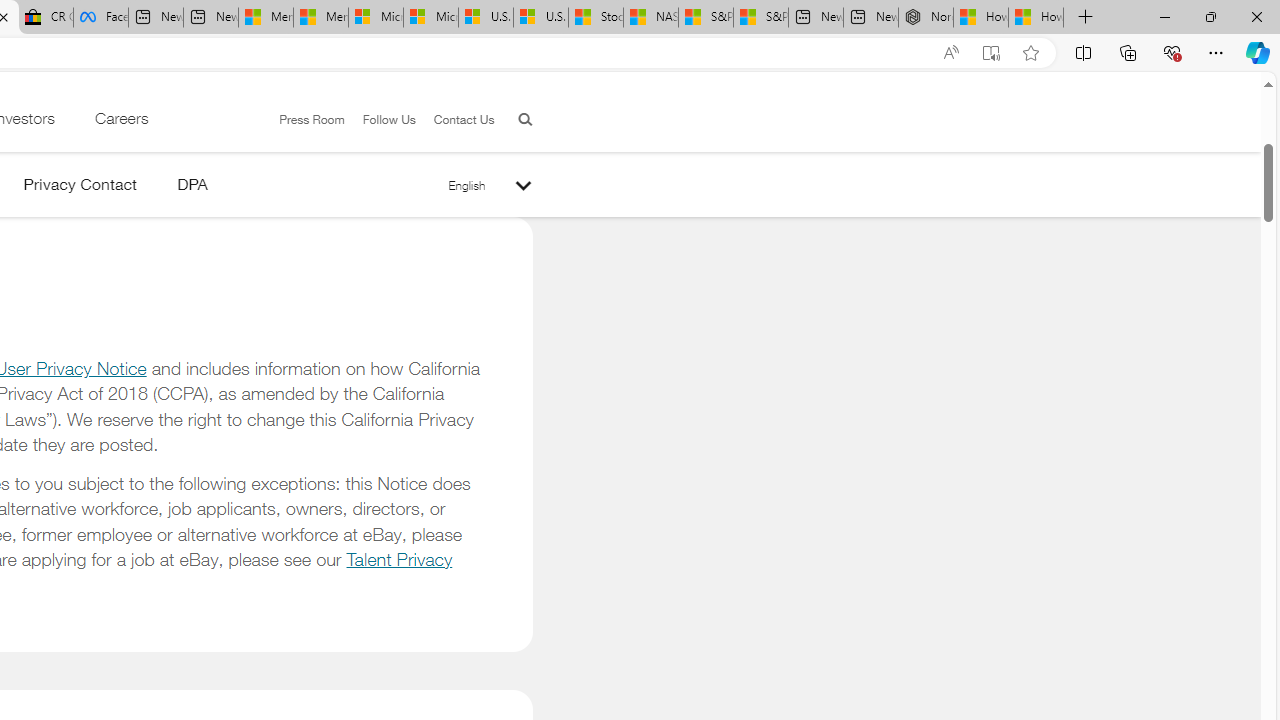 The width and height of the screenshot is (1280, 720). What do you see at coordinates (759, 17) in the screenshot?
I see `'S&P 500, Nasdaq end lower, weighed by Nvidia dip | Watch'` at bounding box center [759, 17].